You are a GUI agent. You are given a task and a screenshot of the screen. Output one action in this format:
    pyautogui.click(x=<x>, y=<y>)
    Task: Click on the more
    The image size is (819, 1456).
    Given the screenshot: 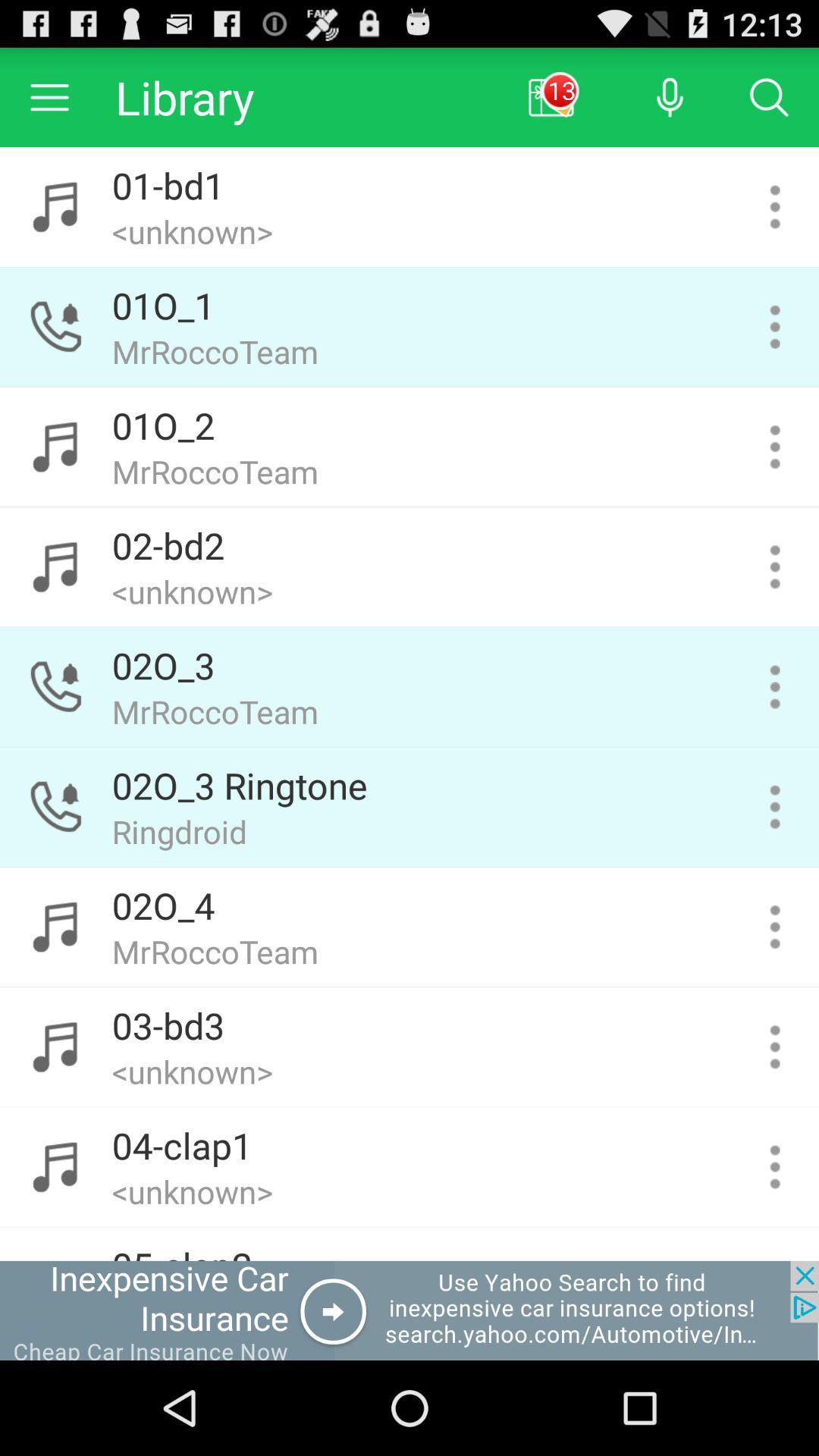 What is the action you would take?
    pyautogui.click(x=775, y=566)
    